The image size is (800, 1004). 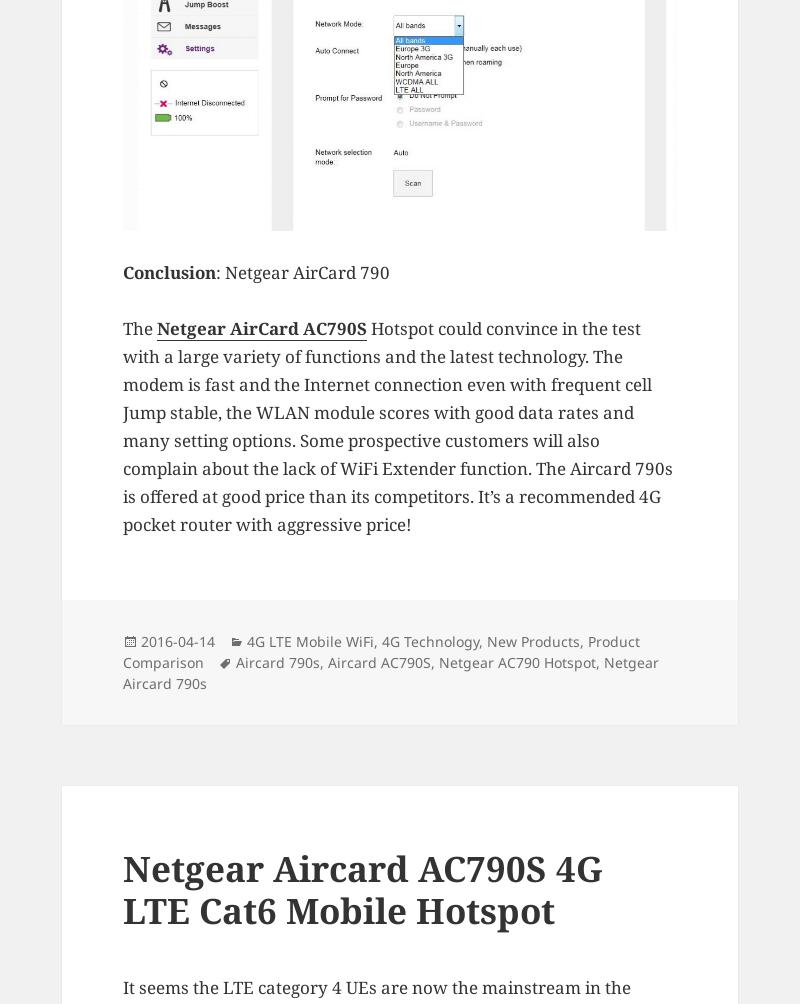 I want to click on '4G Technology', so click(x=430, y=639).